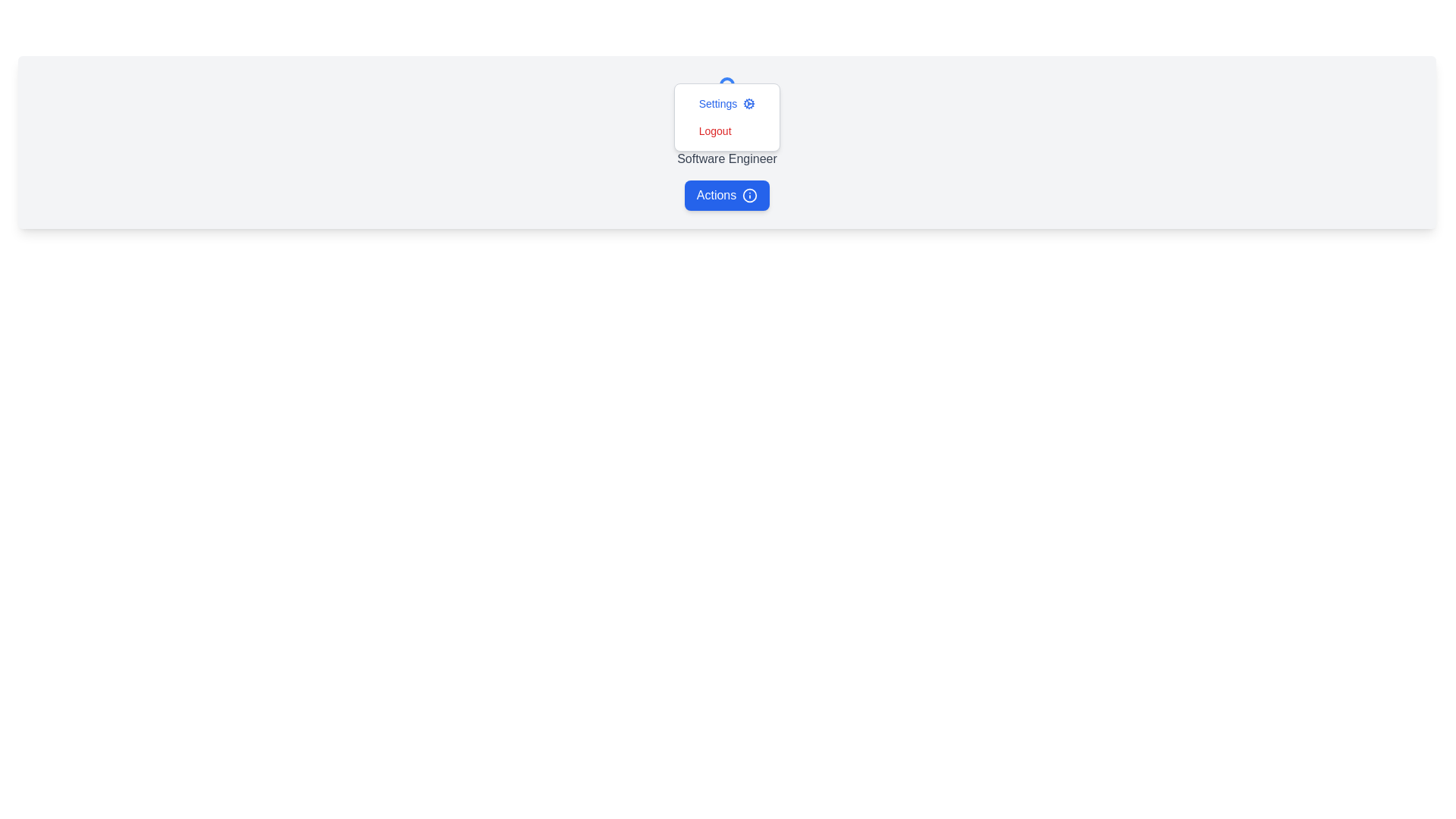 This screenshot has width=1456, height=819. Describe the element at coordinates (750, 195) in the screenshot. I see `the information icon styled as a circle with an 'i' in the center, located on the right side inside the 'Actions' button at the bottom of a dropdown menu interface` at that location.